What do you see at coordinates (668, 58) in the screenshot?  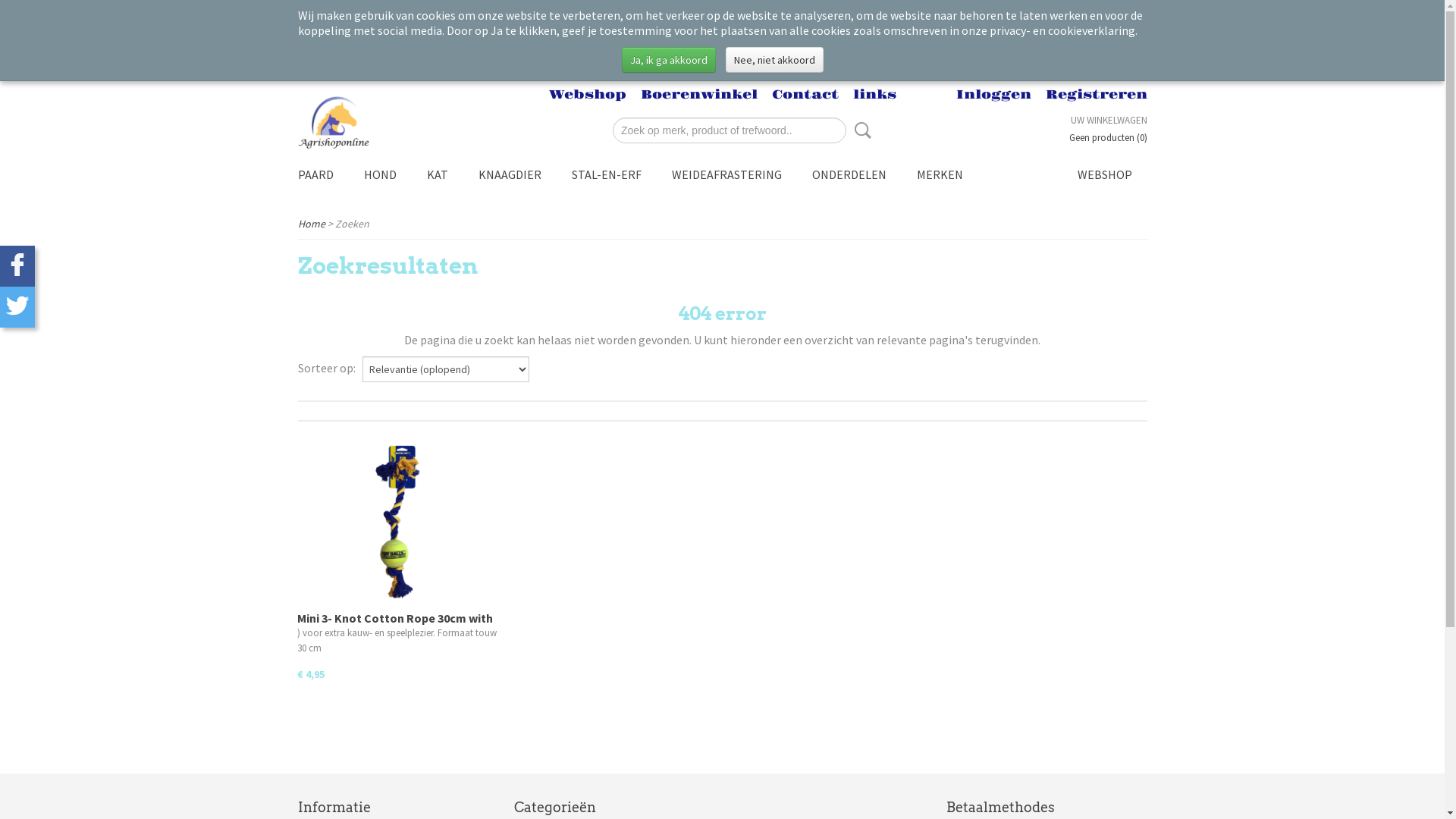 I see `'Ja, ik ga akkoord'` at bounding box center [668, 58].